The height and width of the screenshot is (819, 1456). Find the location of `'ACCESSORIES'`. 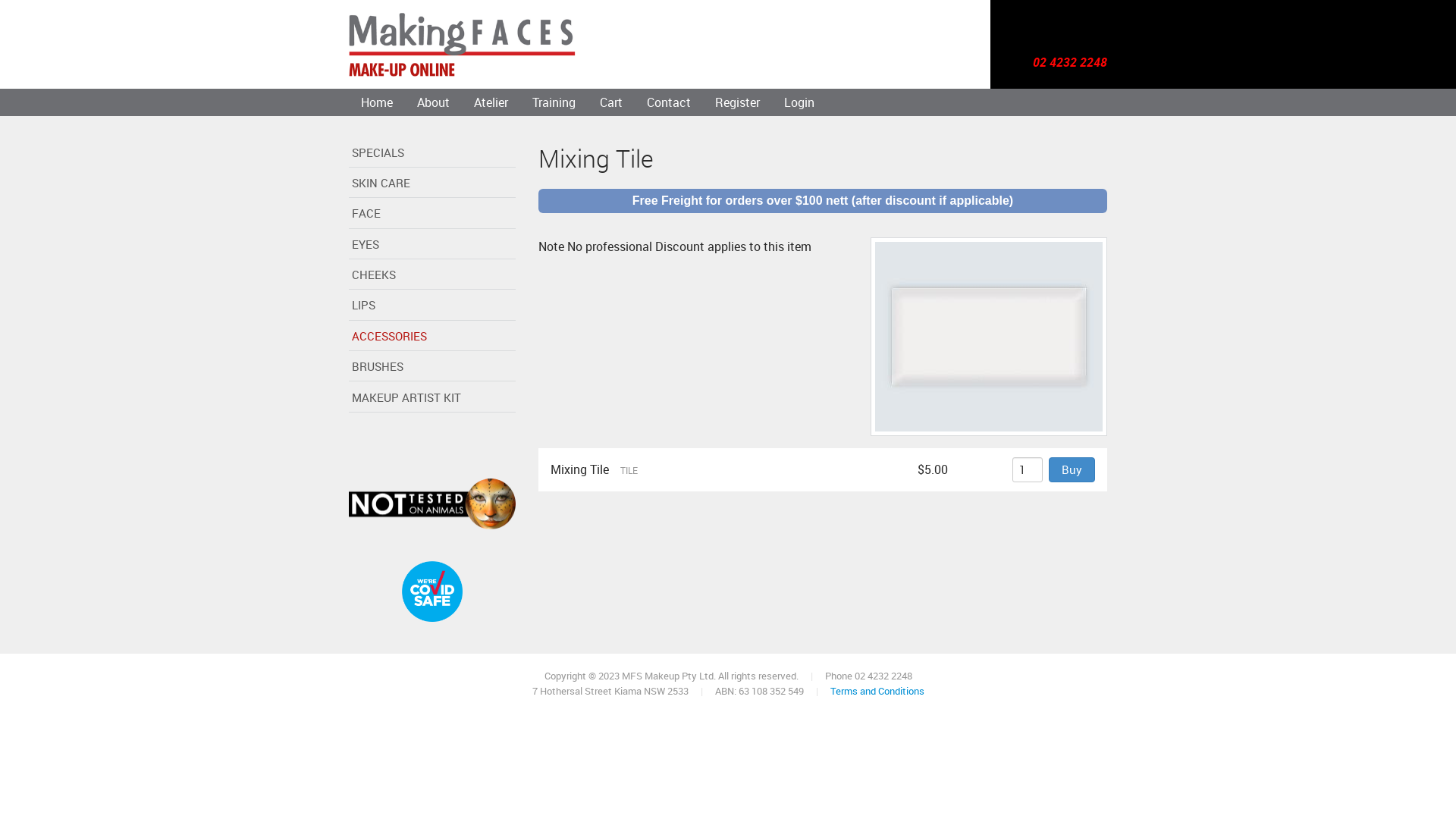

'ACCESSORIES' is located at coordinates (431, 336).